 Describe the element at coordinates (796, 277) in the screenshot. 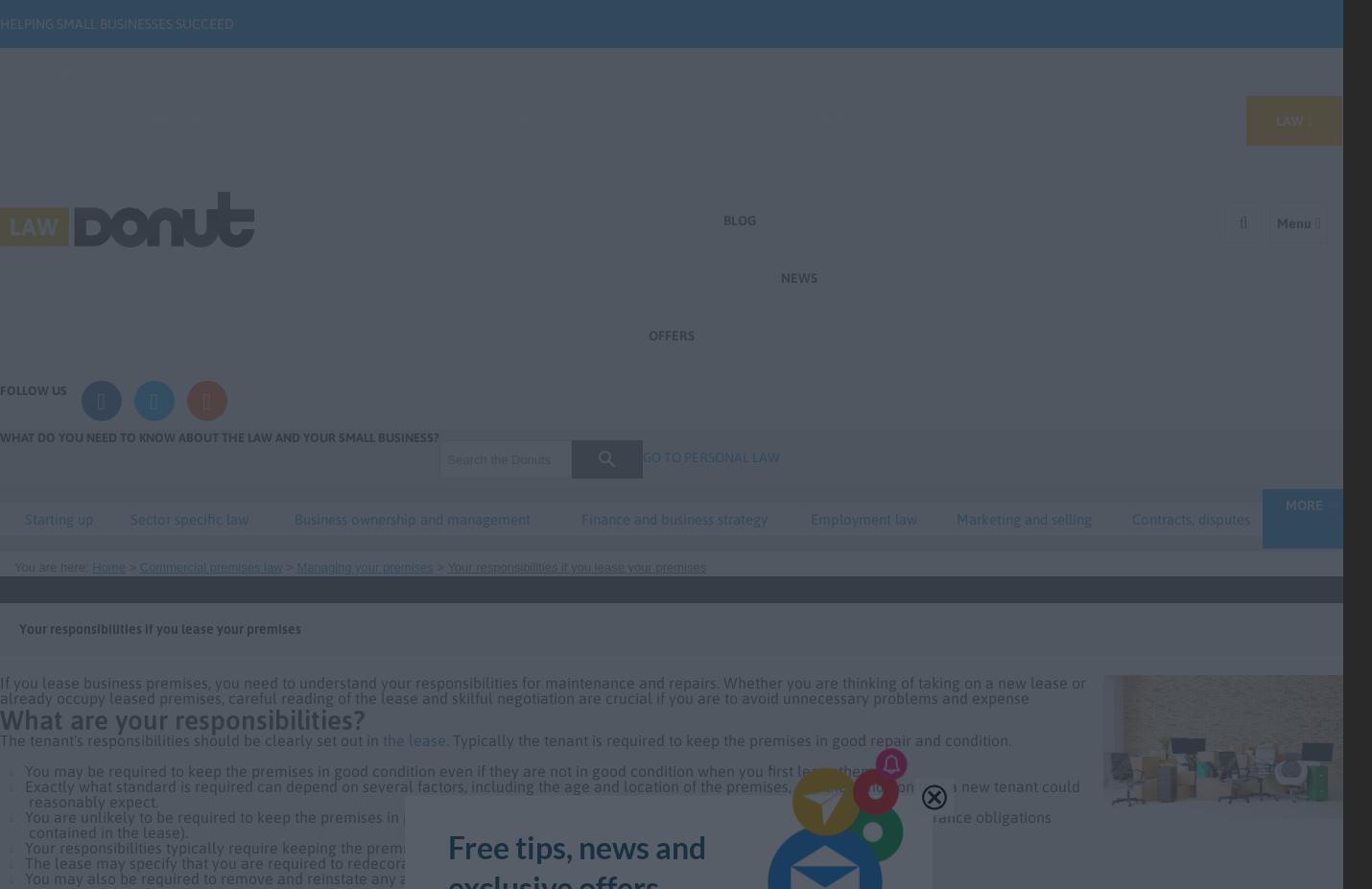

I see `'News'` at that location.